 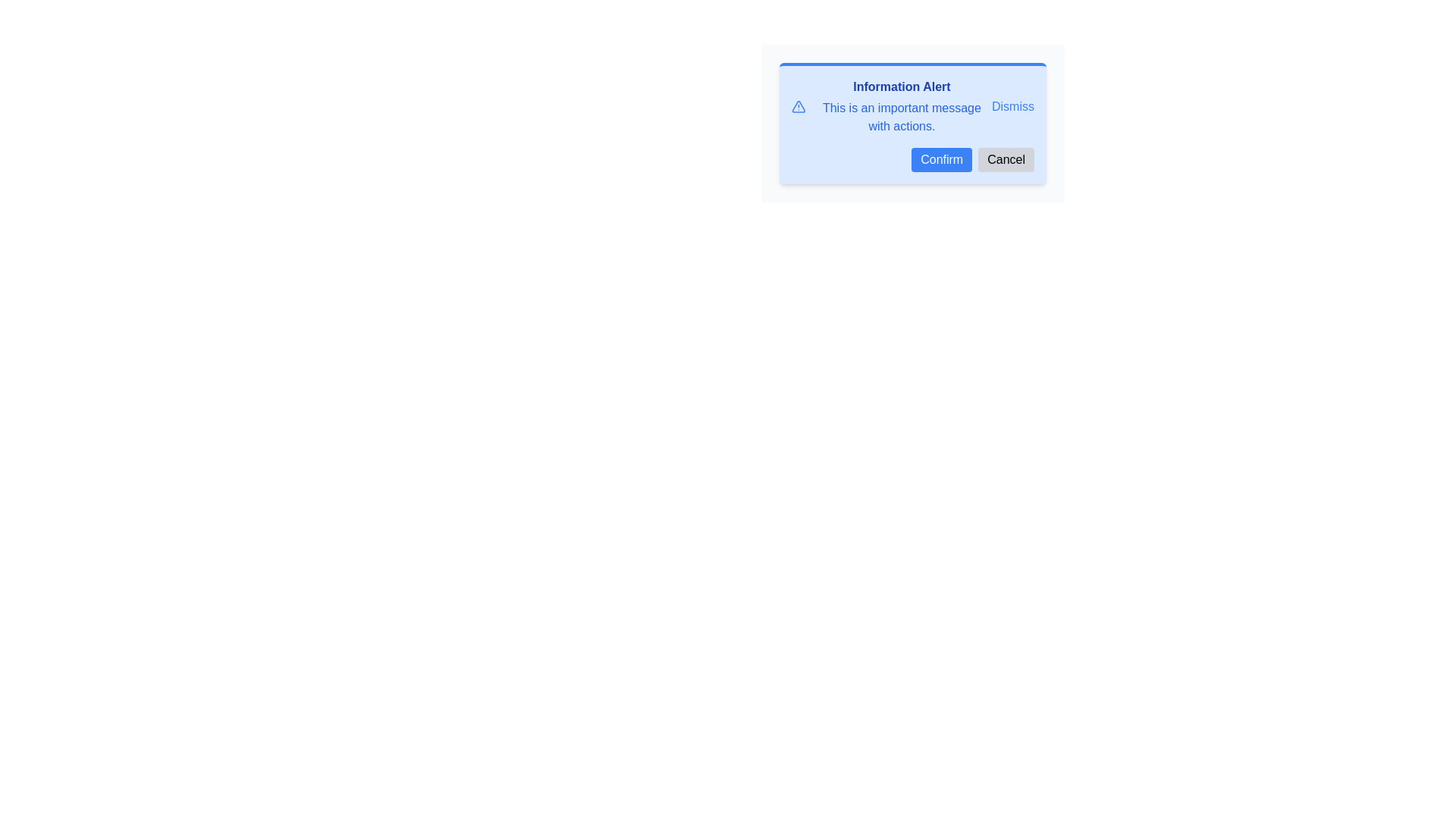 What do you see at coordinates (941, 160) in the screenshot?
I see `the blue 'Confirm' button with rounded corners located in the bottom-right corner of the modal dialog to observe the hover effect` at bounding box center [941, 160].